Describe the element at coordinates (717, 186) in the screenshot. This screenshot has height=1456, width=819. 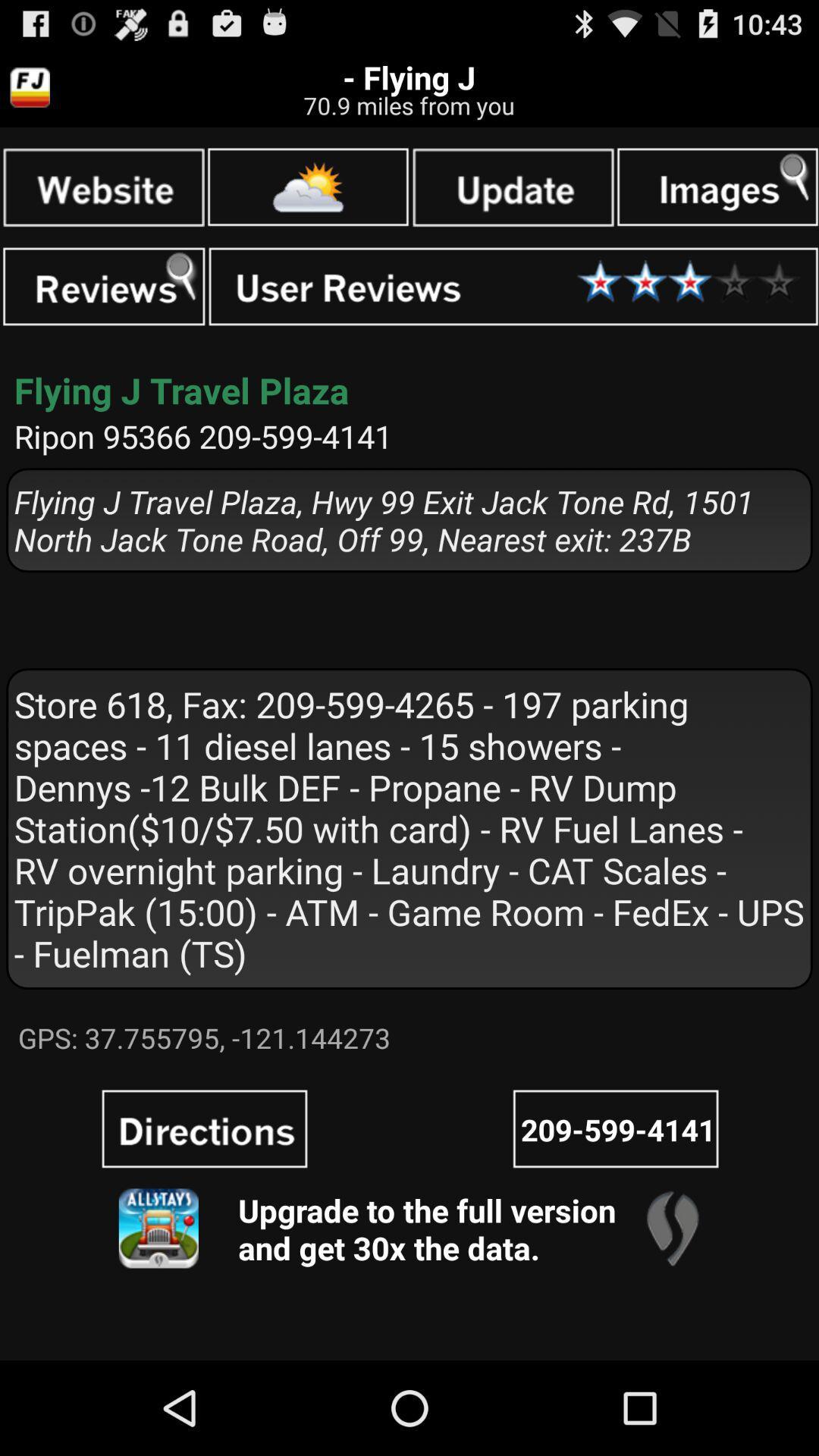
I see `press images button` at that location.